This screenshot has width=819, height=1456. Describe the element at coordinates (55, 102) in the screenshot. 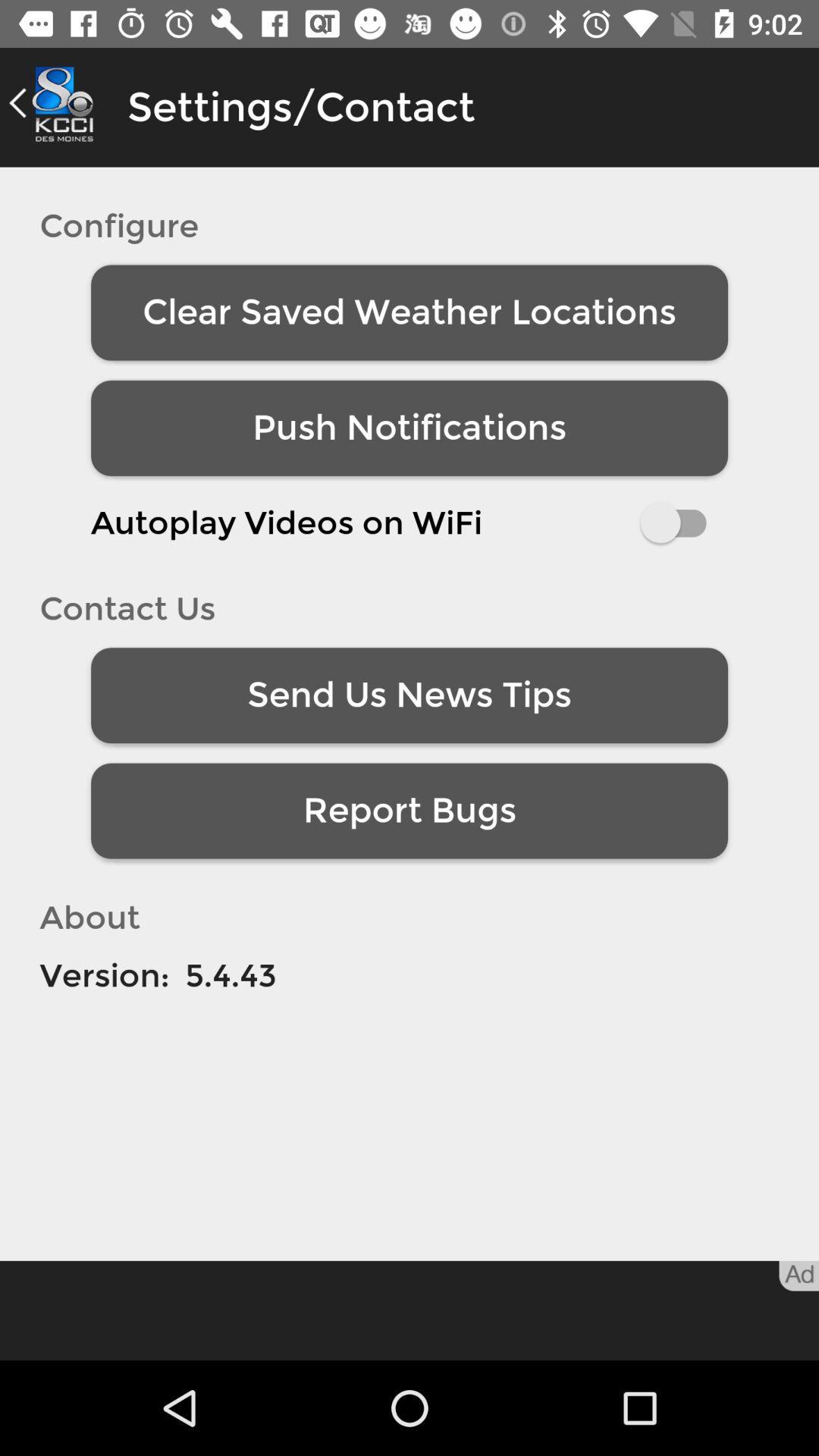

I see `the icon above configure item` at that location.